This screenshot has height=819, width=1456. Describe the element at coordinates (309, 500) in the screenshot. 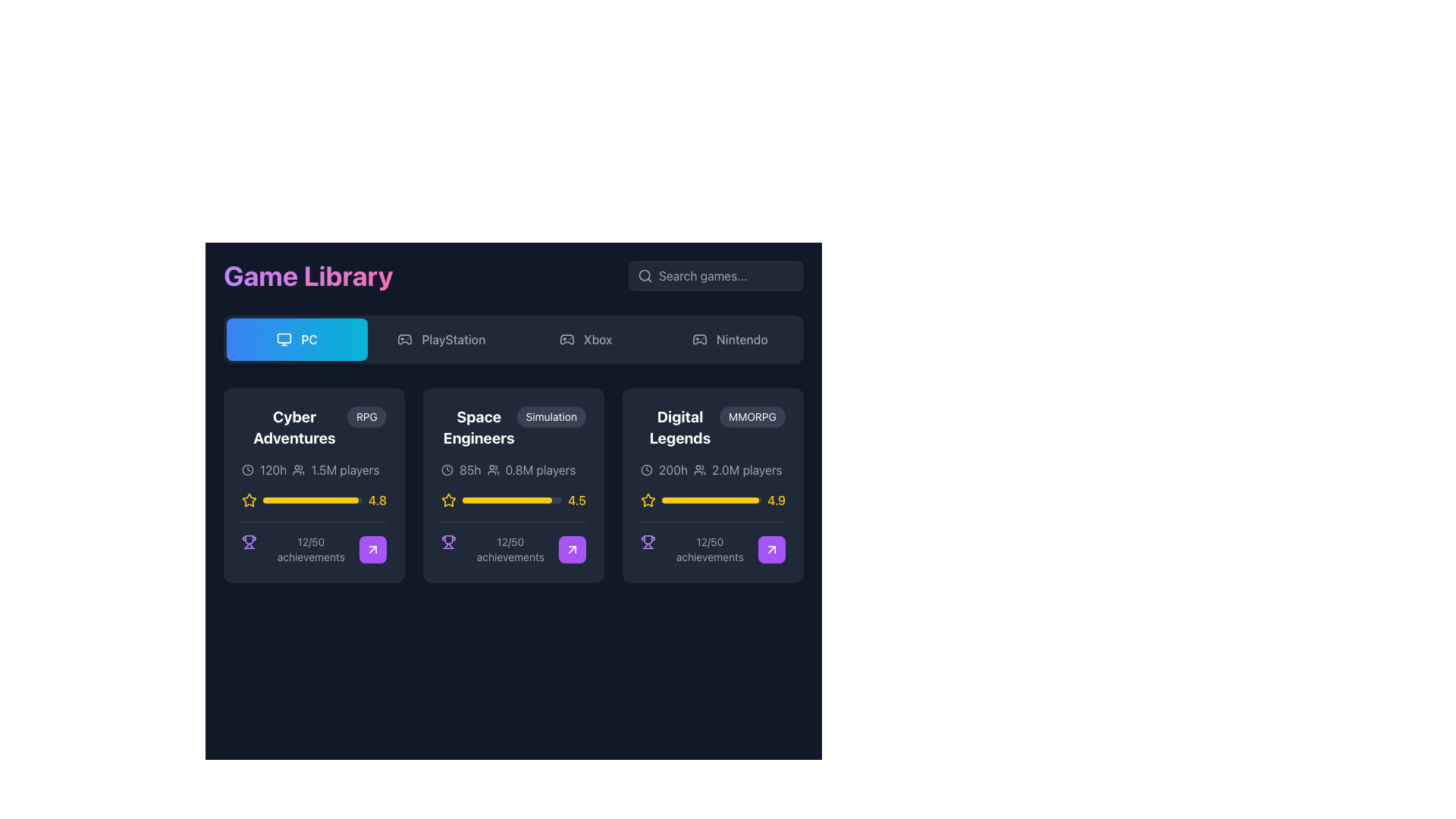

I see `the progress bar styled with a rounded yellow fill, indicating a 96% completion level, located within the 'Cyber Adventures' card, below the yellow star icon and above the '12/50 achievements' label` at that location.